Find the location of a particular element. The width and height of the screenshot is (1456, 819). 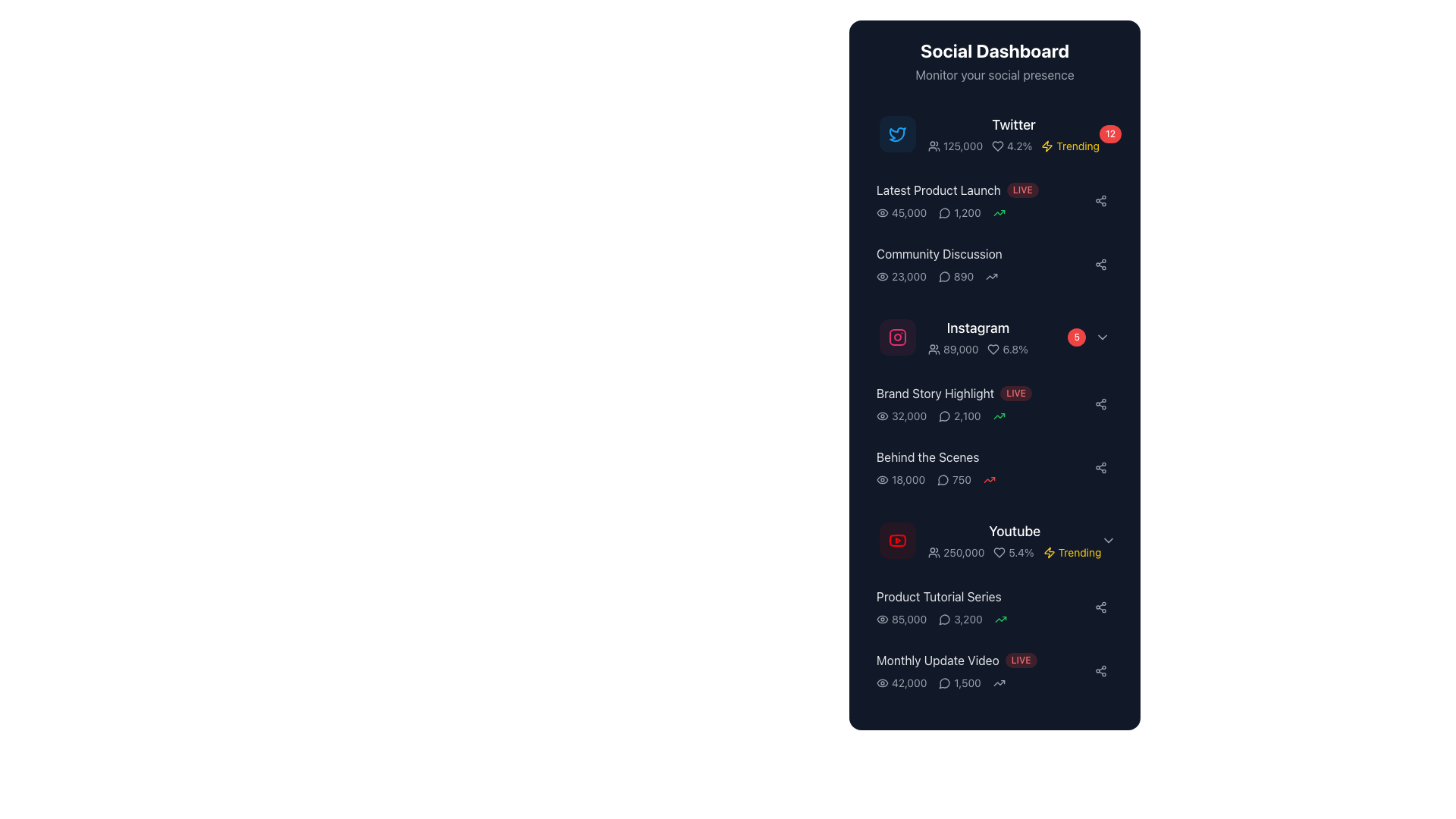

the Dashboard list item that displays 'Latest Product Launch' with the red 'LIVE' badge, located between the 'Twitter' entry and 'Community Discussion' is located at coordinates (983, 200).